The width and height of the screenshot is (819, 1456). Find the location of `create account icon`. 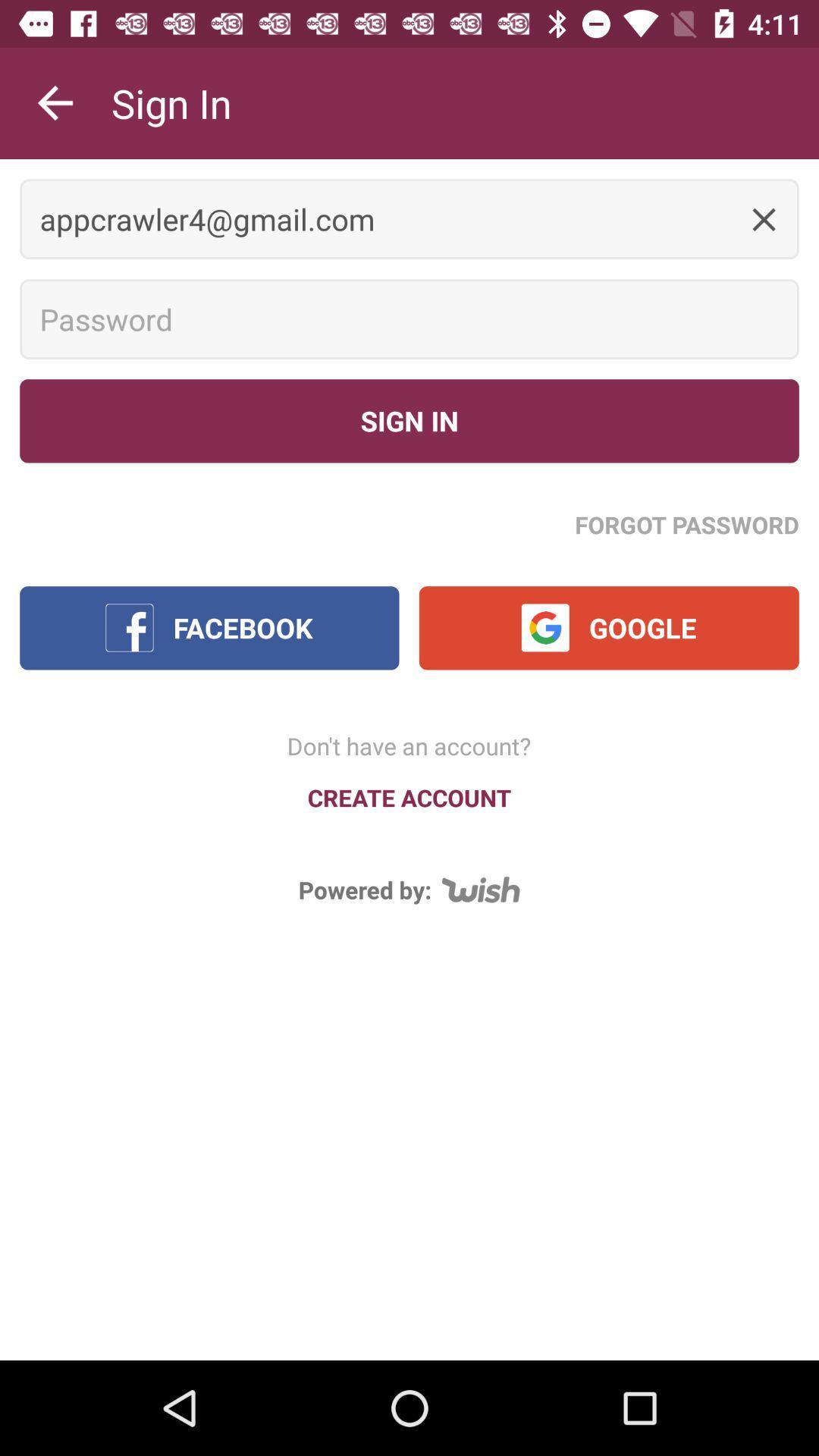

create account icon is located at coordinates (409, 797).